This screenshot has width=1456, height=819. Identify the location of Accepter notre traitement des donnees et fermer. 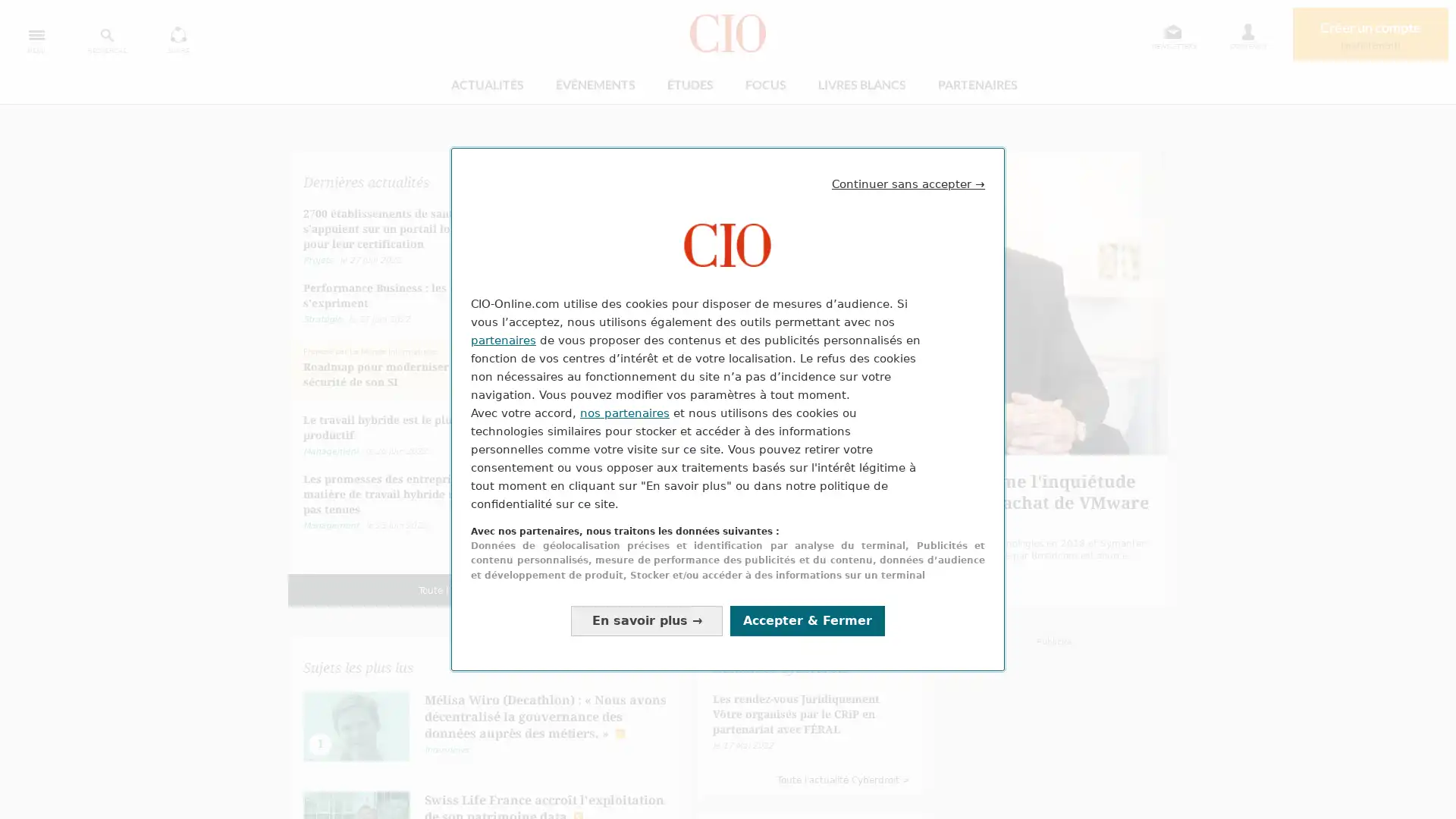
(807, 620).